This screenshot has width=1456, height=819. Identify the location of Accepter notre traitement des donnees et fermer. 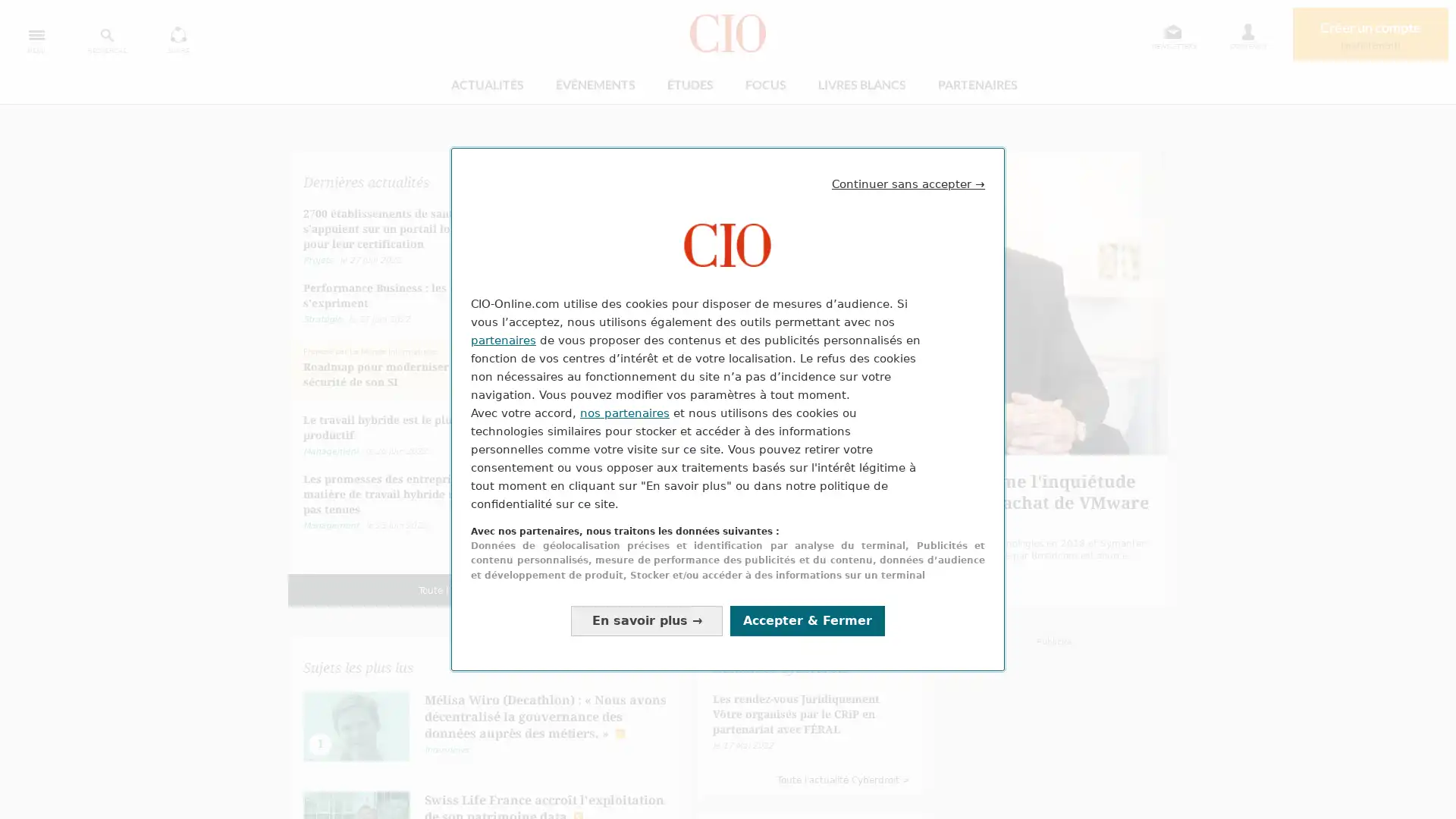
(807, 620).